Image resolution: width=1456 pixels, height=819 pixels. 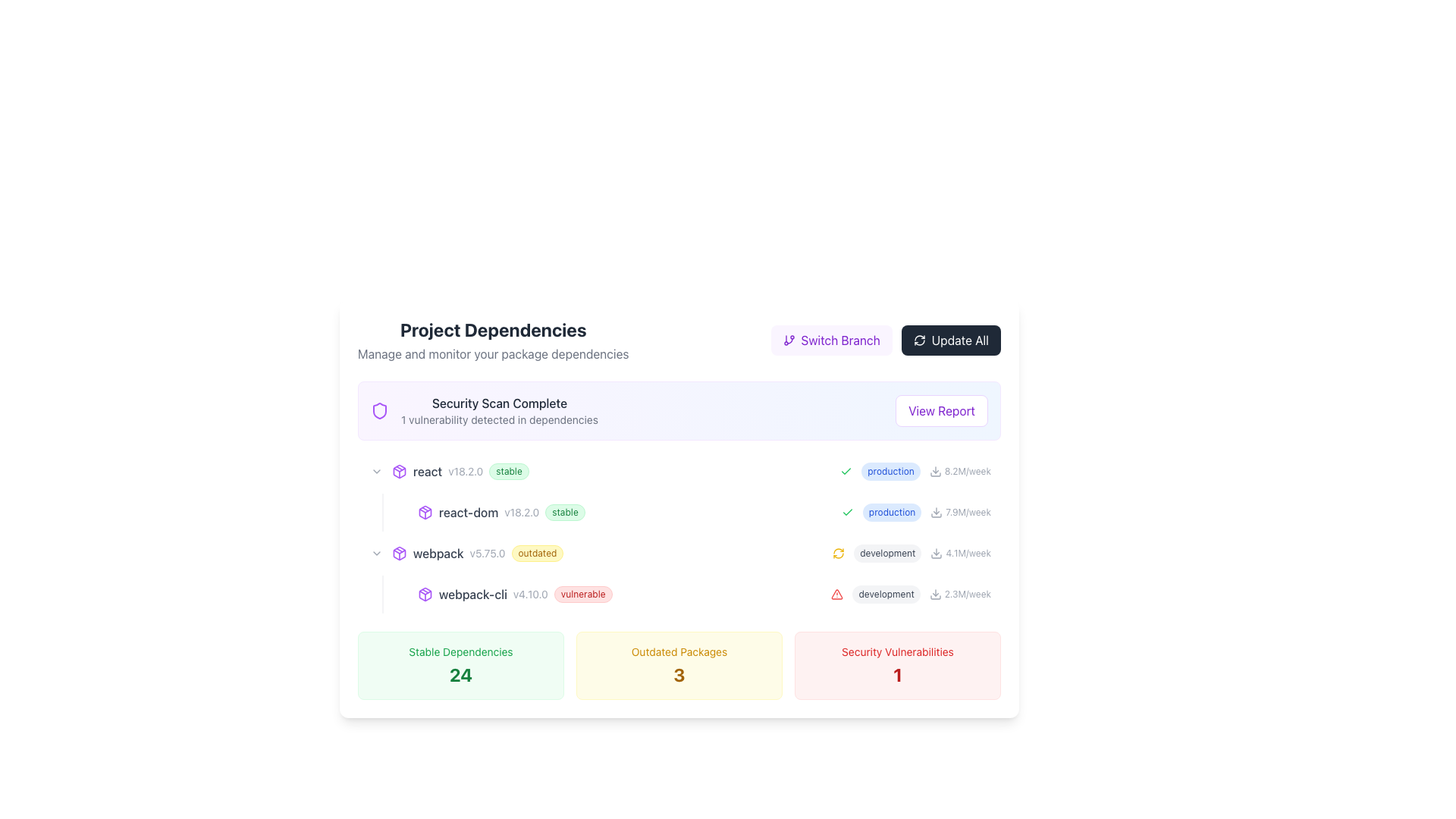 I want to click on the decorative icon representing the 'webpack' dependency located to the left of the text 'webpack v5.75.0 outdated', so click(x=400, y=553).